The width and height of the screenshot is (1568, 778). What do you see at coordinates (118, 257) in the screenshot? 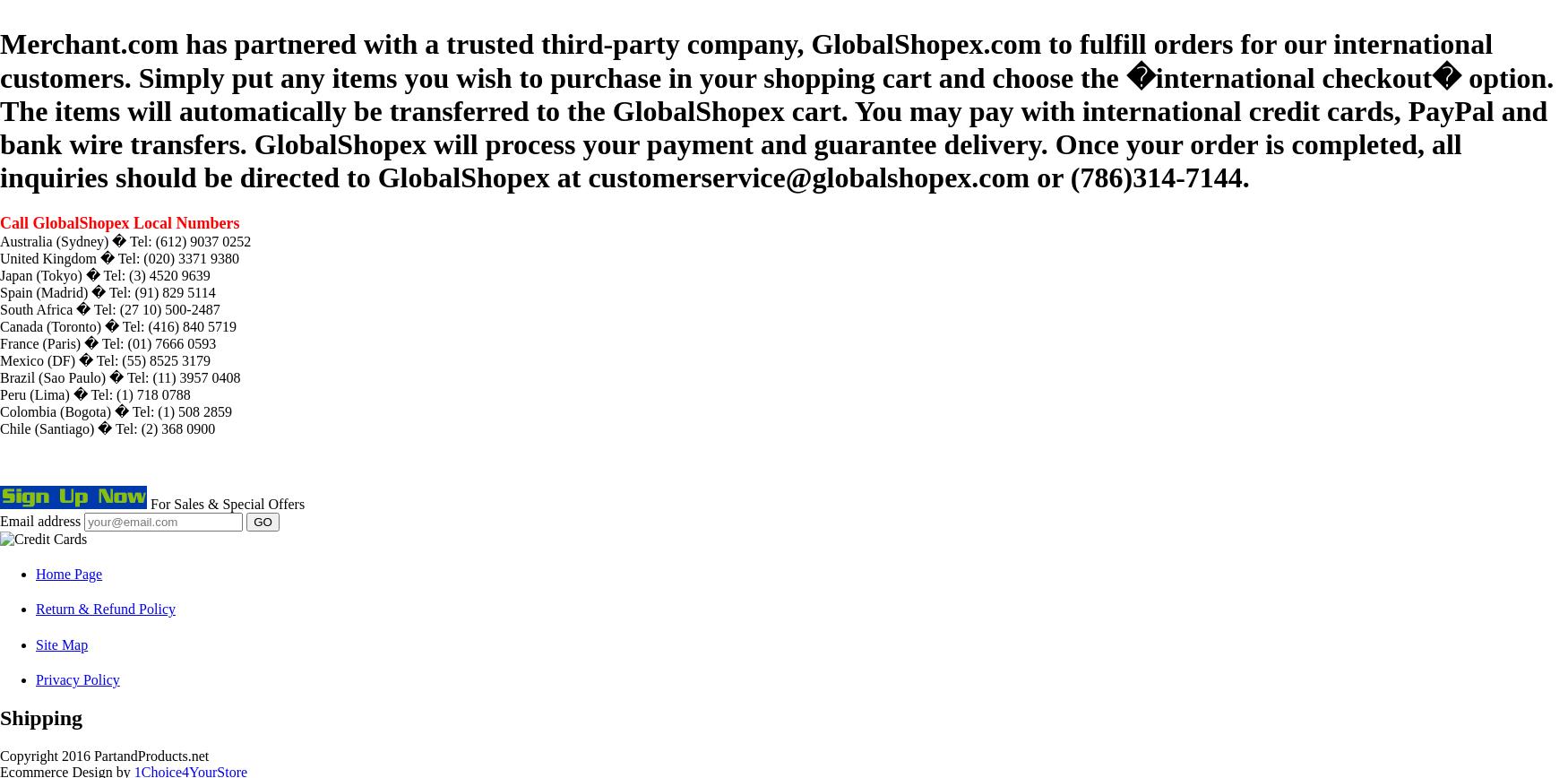
I see `'United Kingdom � Tel: (020) 3371 9380'` at bounding box center [118, 257].